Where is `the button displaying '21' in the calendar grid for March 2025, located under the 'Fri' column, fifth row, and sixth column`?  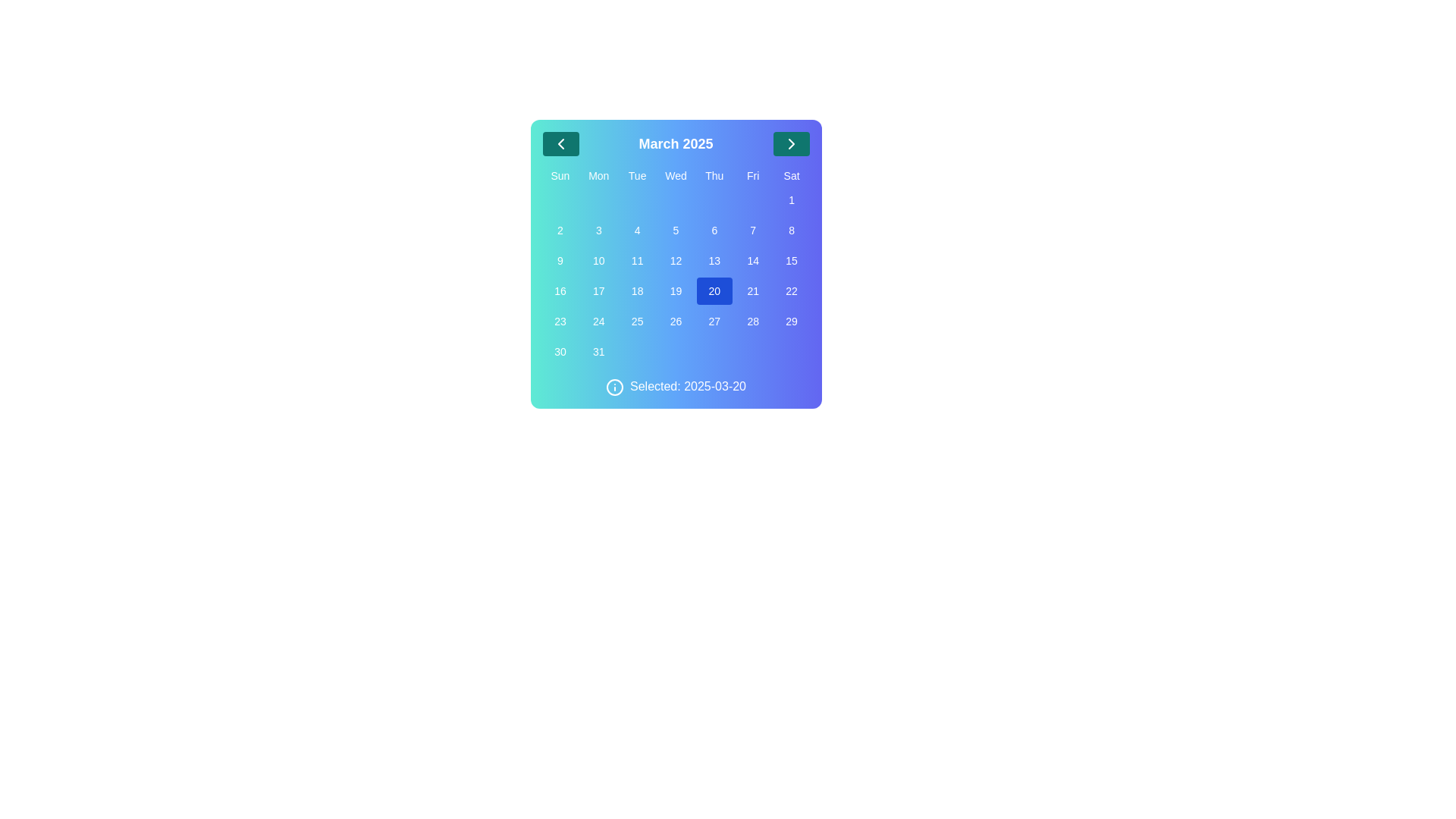
the button displaying '21' in the calendar grid for March 2025, located under the 'Fri' column, fifth row, and sixth column is located at coordinates (753, 291).